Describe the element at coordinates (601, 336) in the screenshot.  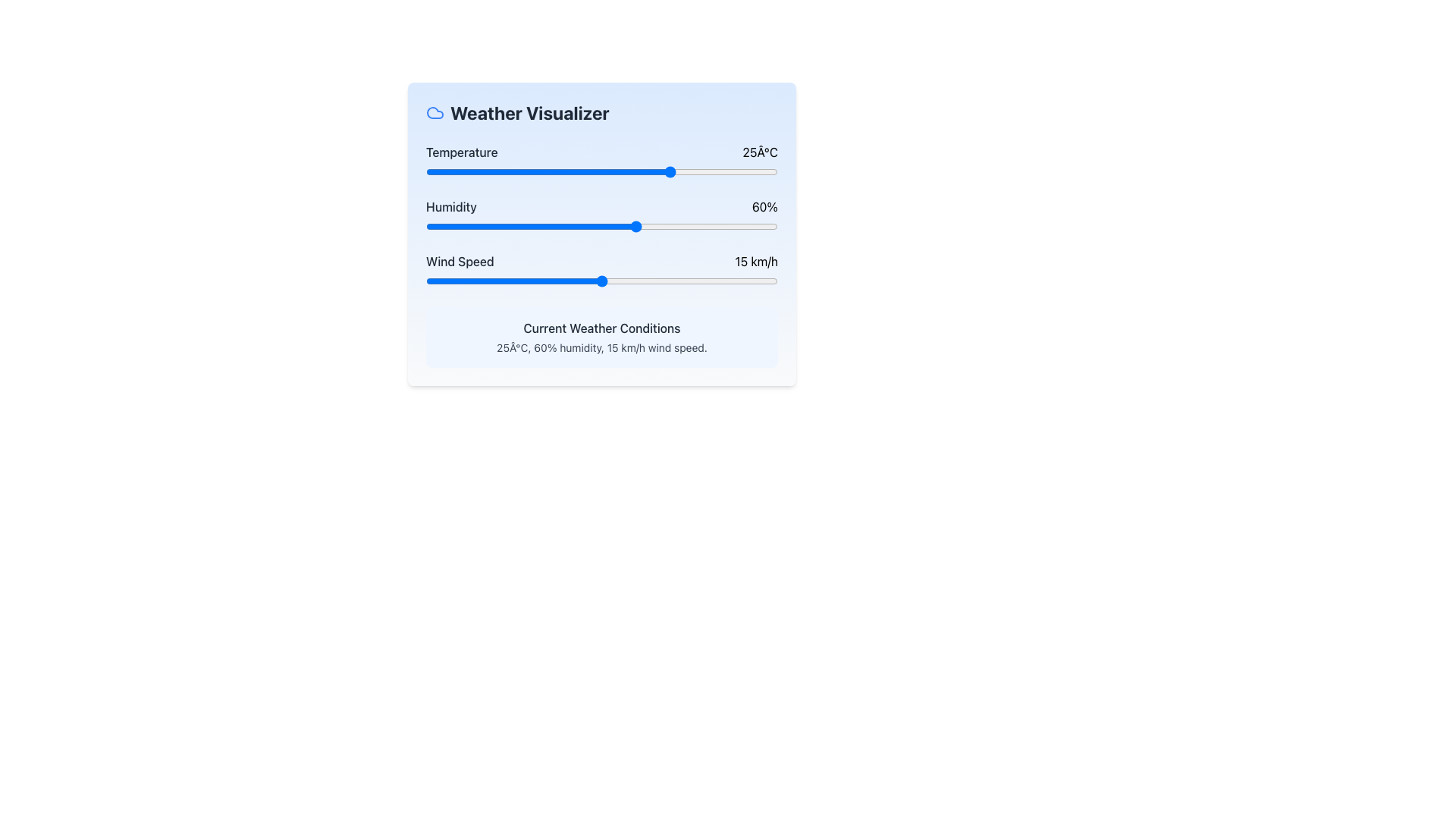
I see `the text block displaying the current weather conditions, which includes details like temperature, humidity, and wind speed, styled with a blue background and rounded corners` at that location.